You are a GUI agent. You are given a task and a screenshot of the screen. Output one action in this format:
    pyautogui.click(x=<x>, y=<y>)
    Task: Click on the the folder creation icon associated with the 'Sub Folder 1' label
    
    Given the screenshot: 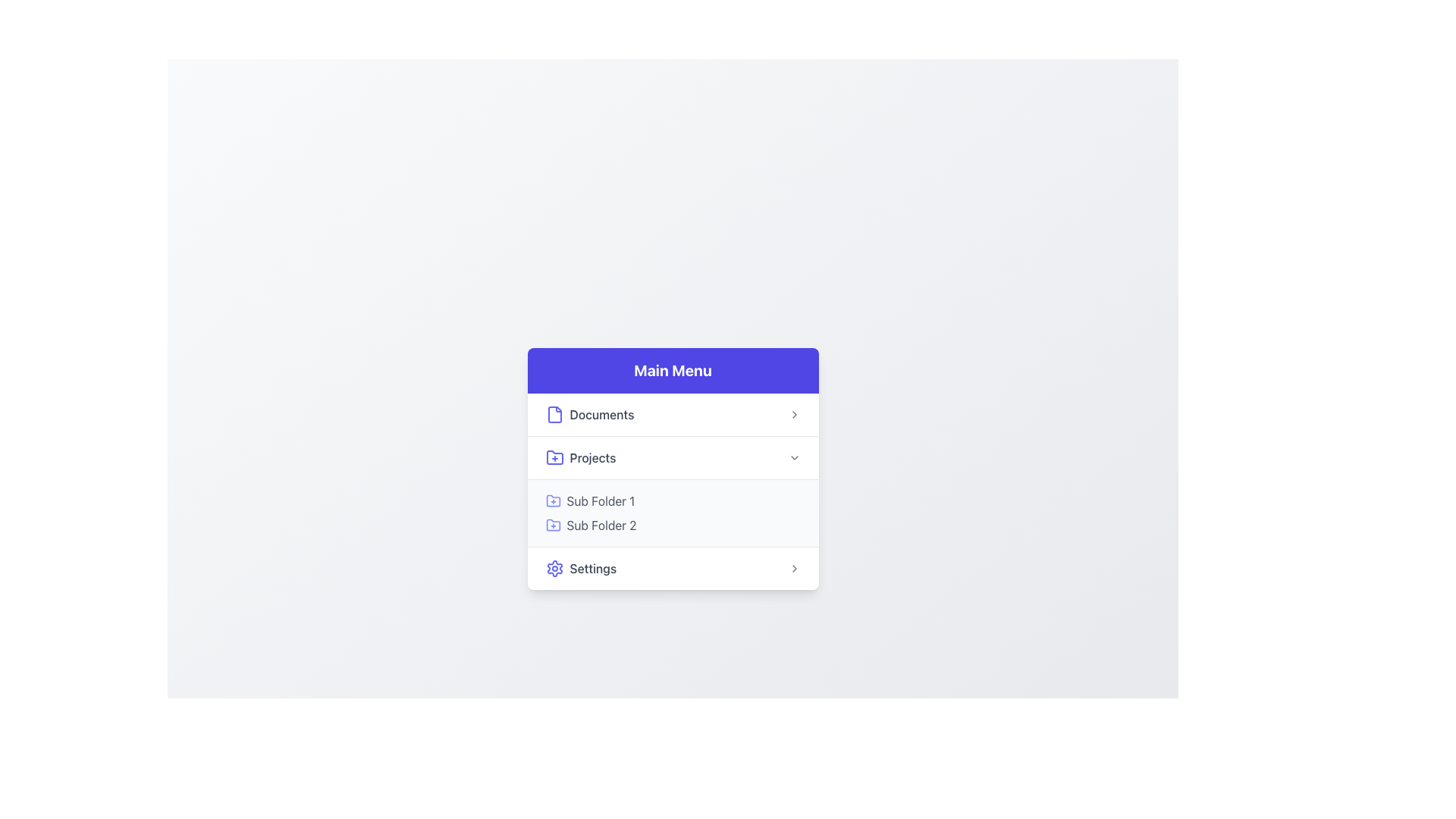 What is the action you would take?
    pyautogui.click(x=552, y=500)
    